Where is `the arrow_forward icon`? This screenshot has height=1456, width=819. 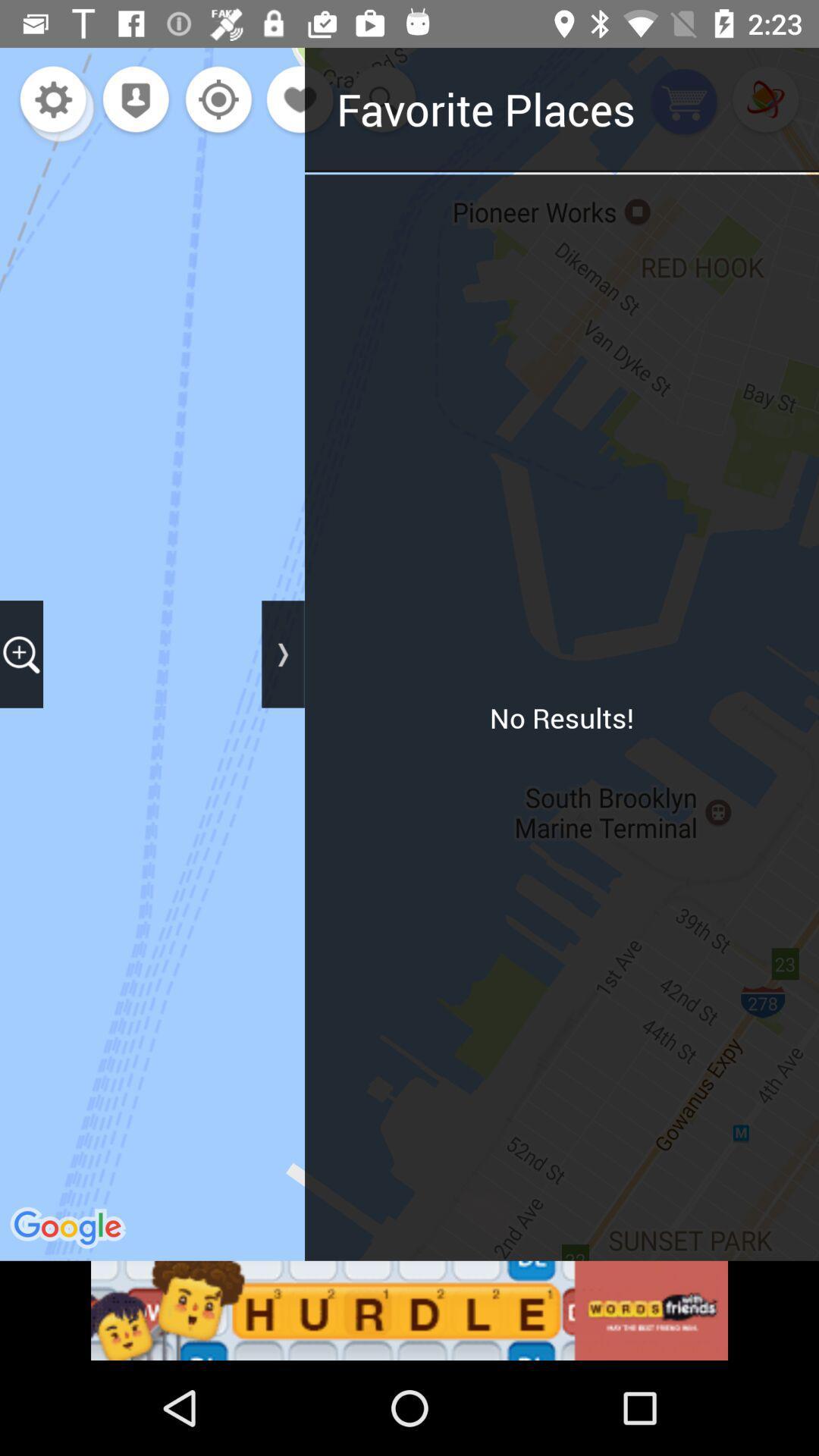
the arrow_forward icon is located at coordinates (283, 654).